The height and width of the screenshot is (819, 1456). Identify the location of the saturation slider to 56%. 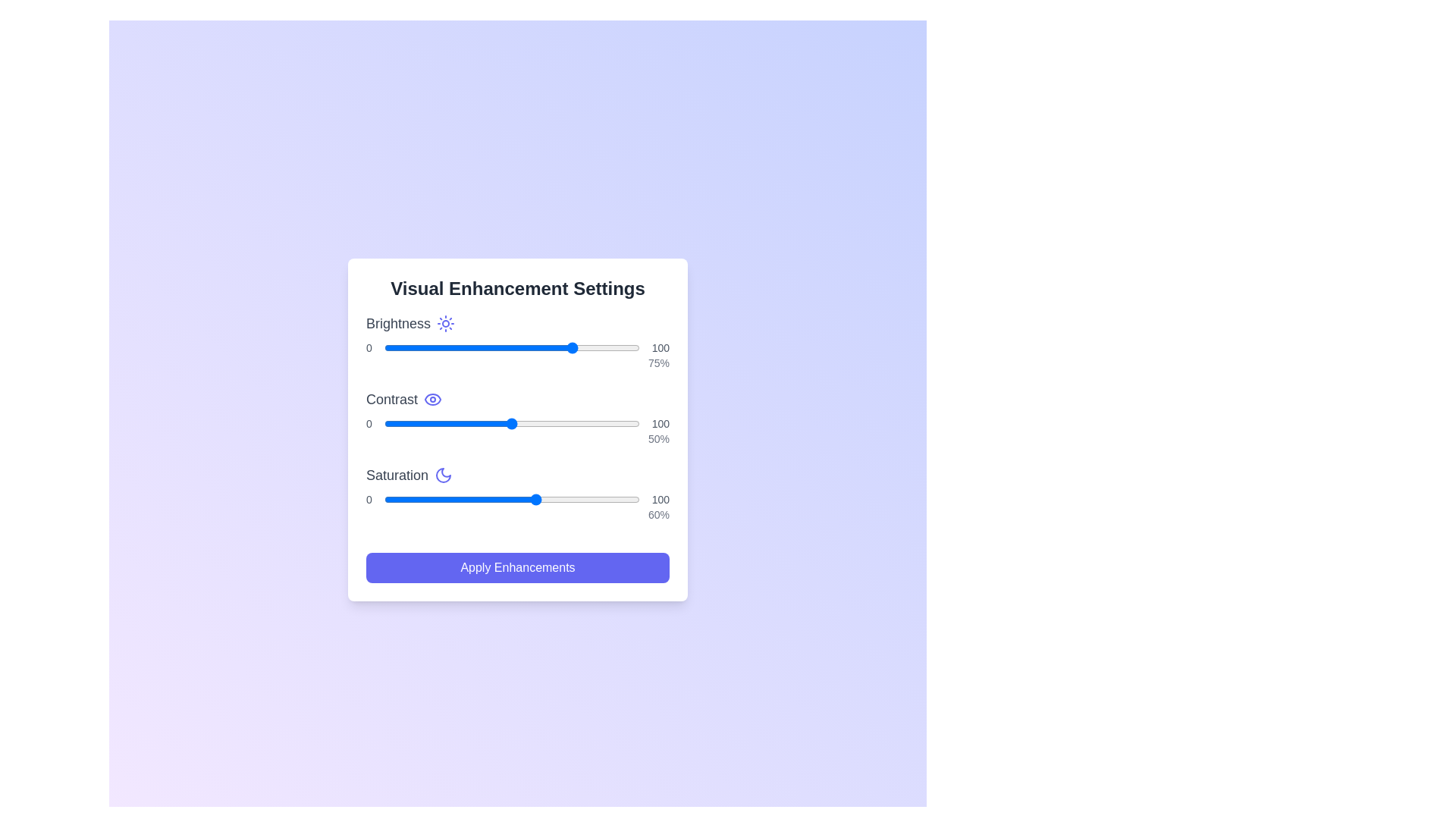
(527, 500).